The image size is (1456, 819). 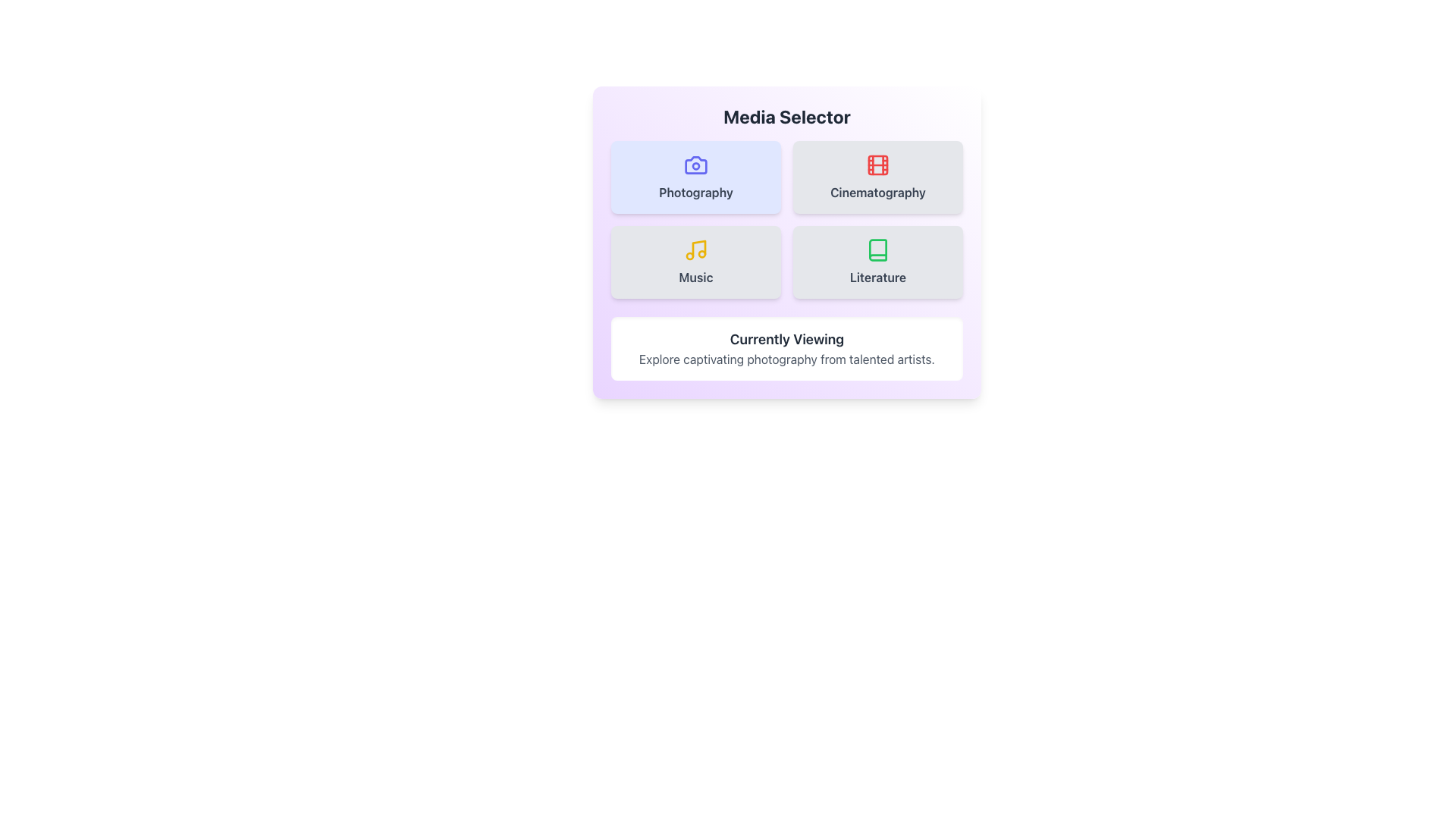 What do you see at coordinates (695, 192) in the screenshot?
I see `text label that denotes the 'Photography' category, located at the center of the element situated beneath the camera icon on the 'Photography' card` at bounding box center [695, 192].